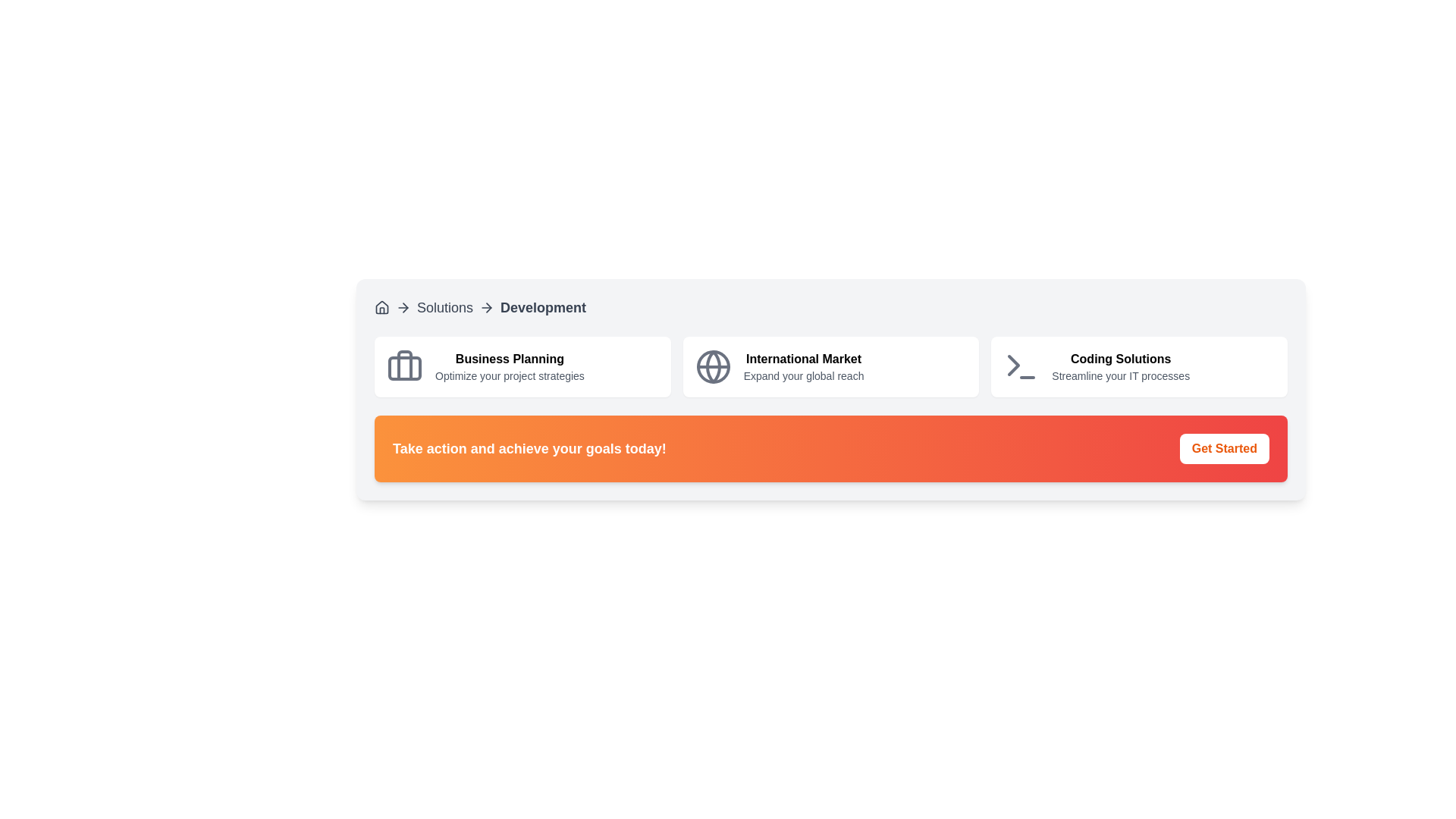 This screenshot has width=1456, height=819. What do you see at coordinates (404, 366) in the screenshot?
I see `the 'Business Planning' icon, which is located at the leftmost side of the section, above the text 'Business Planning' and 'Optimize your project strategies.'` at bounding box center [404, 366].